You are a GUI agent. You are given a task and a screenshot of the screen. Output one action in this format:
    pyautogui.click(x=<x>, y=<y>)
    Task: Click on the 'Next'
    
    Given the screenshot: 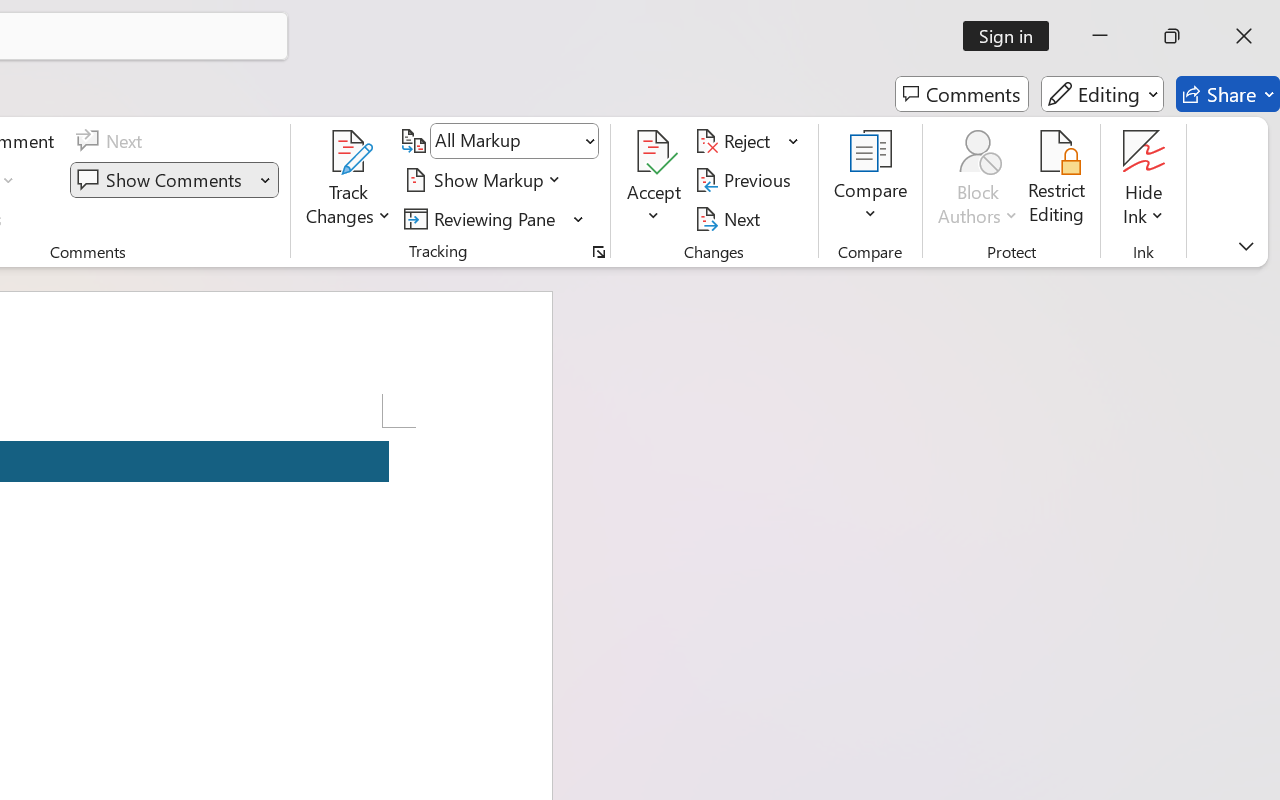 What is the action you would take?
    pyautogui.click(x=729, y=218)
    